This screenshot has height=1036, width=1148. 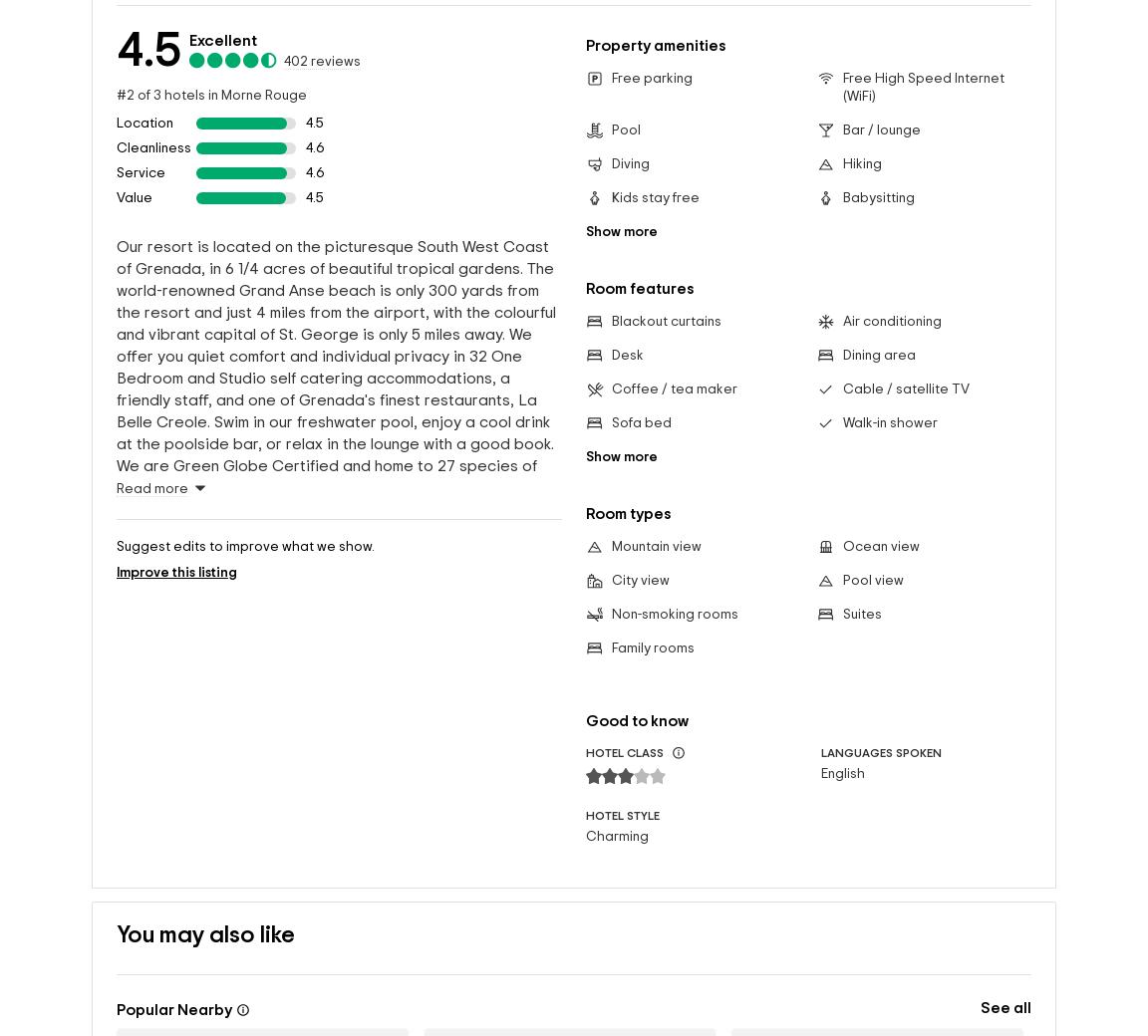 I want to click on 'Cleanliness', so click(x=153, y=146).